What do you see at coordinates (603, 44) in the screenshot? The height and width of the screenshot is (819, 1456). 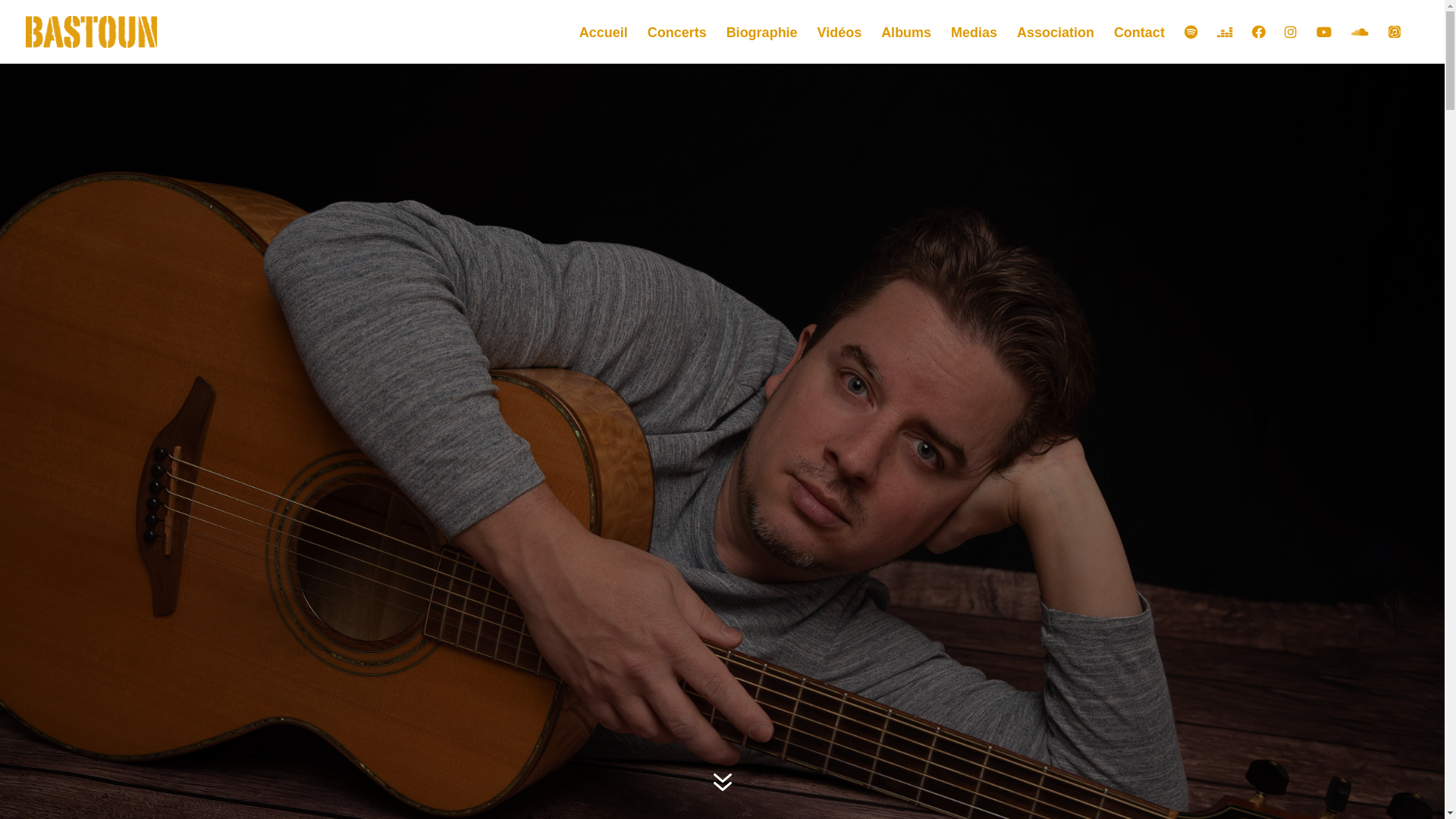 I see `'Accueil'` at bounding box center [603, 44].